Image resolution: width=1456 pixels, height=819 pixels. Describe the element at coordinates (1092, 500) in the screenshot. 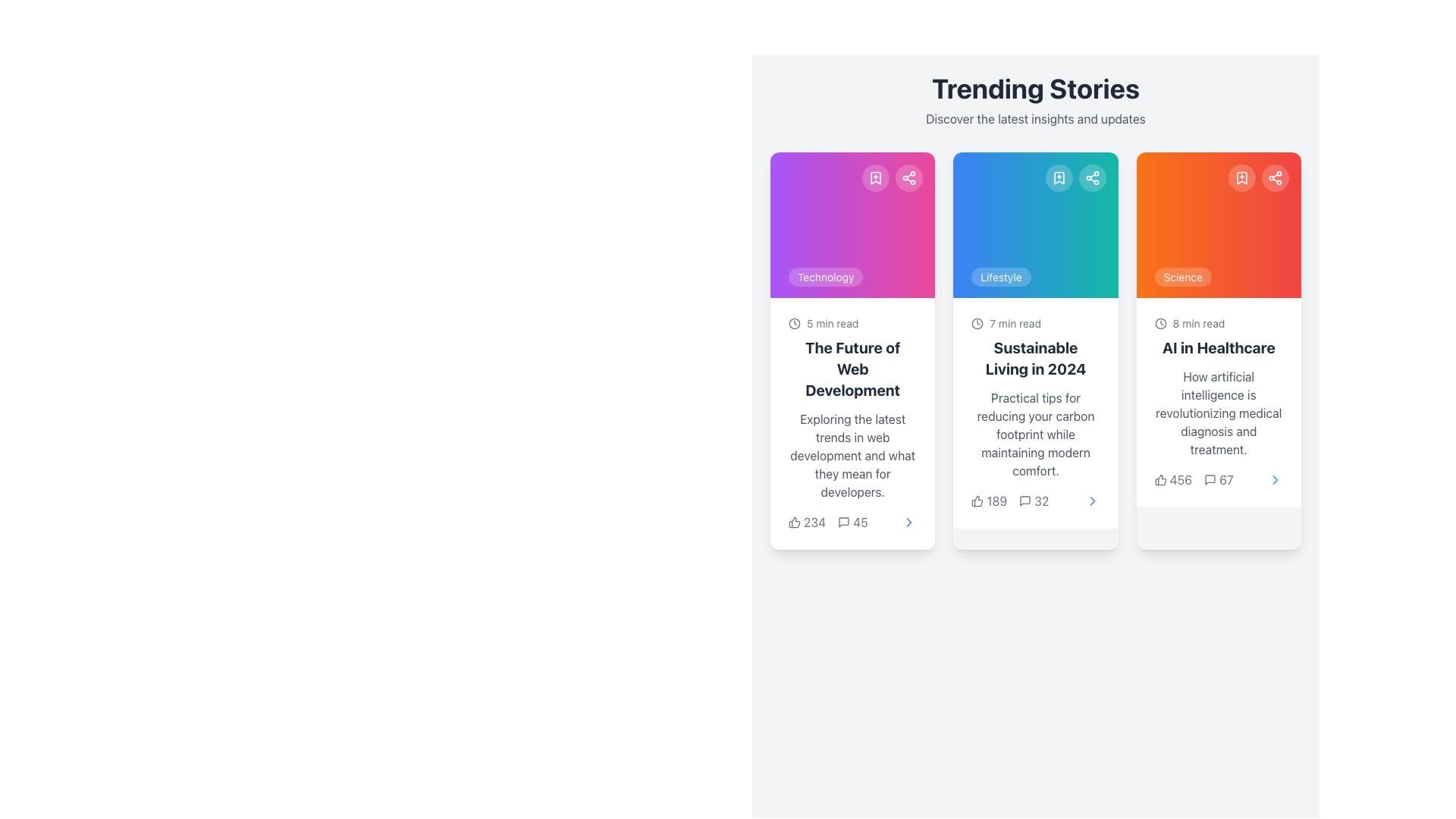

I see `the small blue chevron arrow icon located at the bottom right corner of the third card from the left` at that location.